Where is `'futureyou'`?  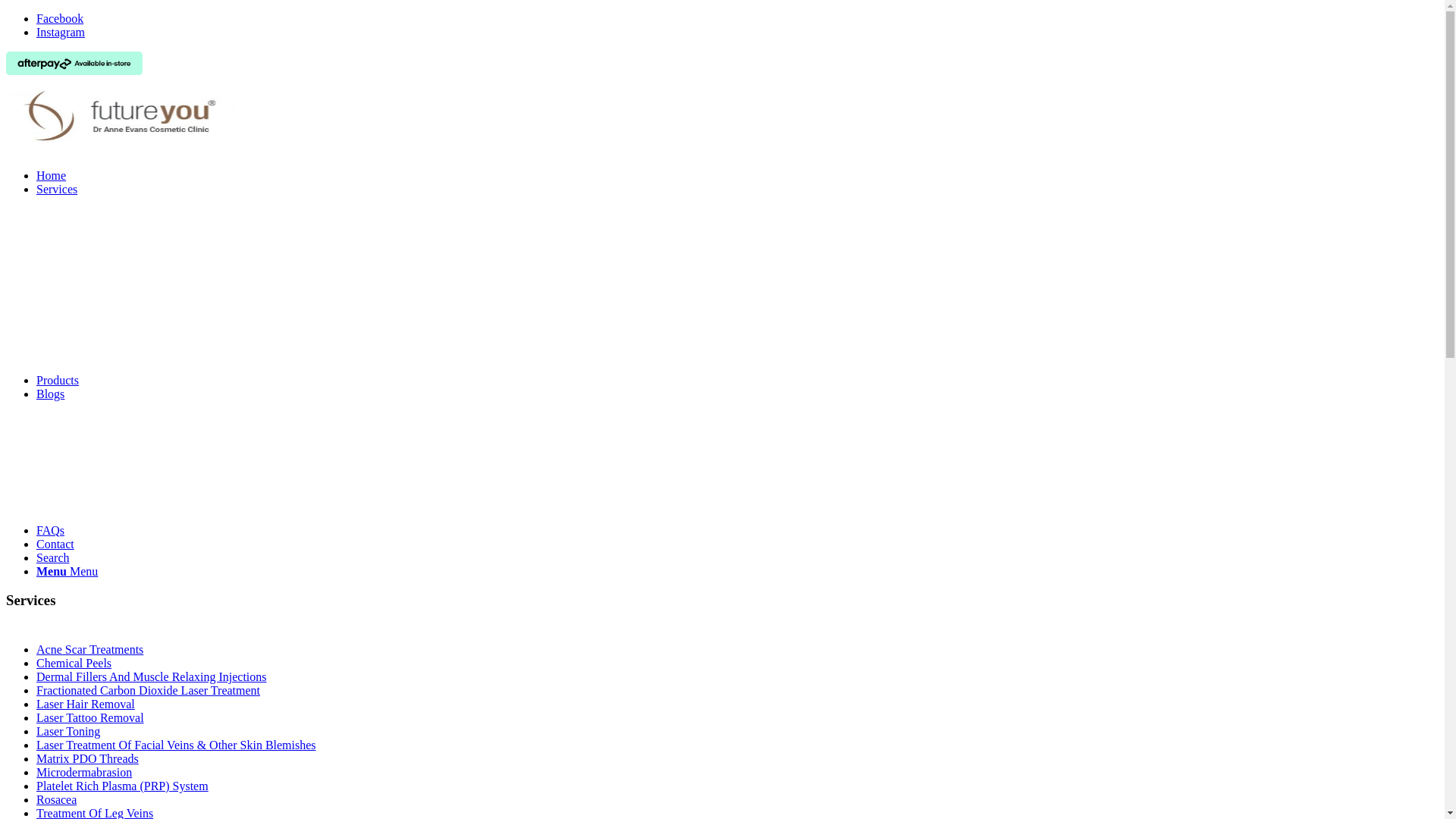
'futureyou' is located at coordinates (119, 115).